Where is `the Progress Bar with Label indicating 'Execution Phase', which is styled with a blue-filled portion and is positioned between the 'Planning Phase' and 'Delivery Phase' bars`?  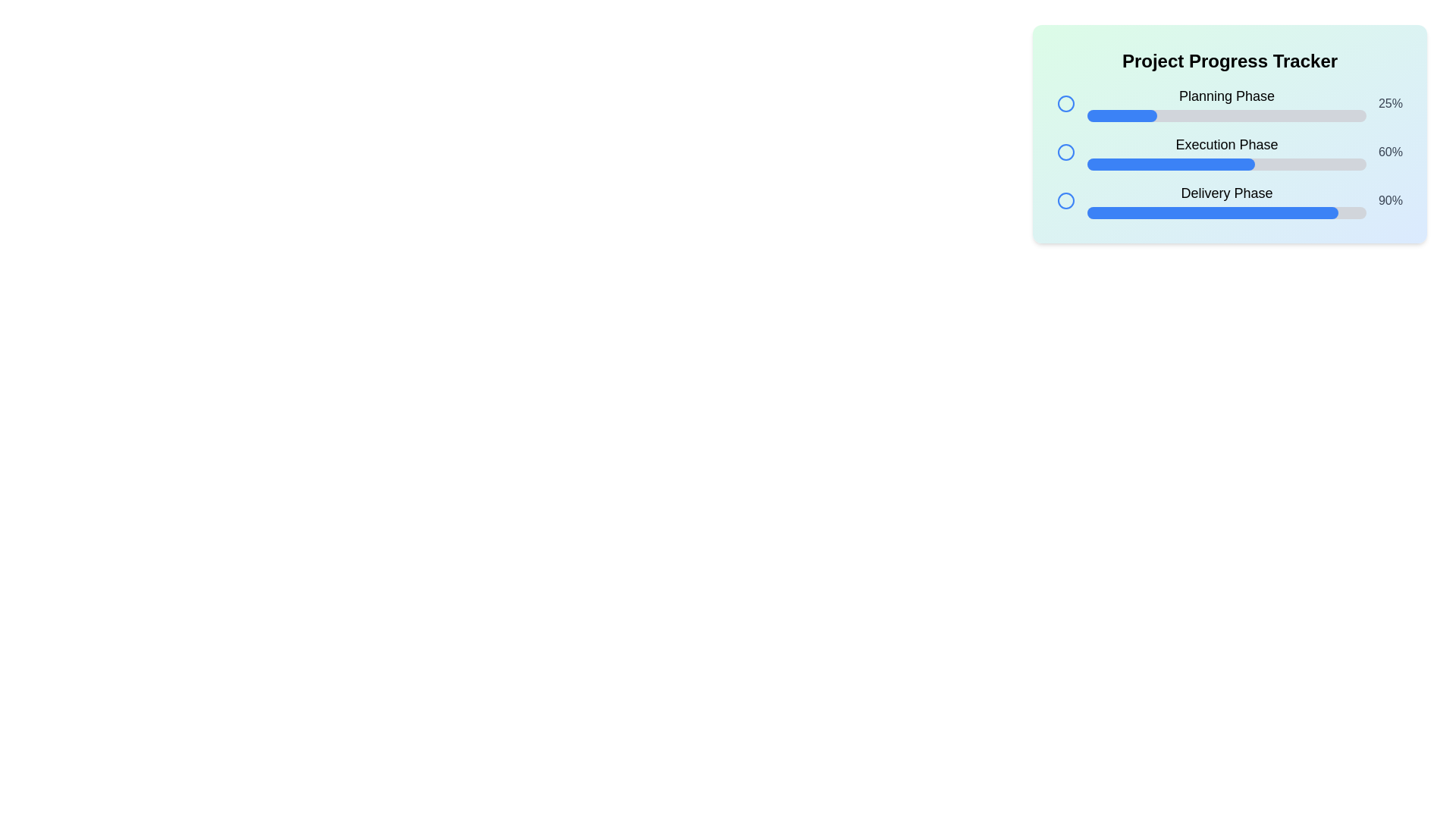
the Progress Bar with Label indicating 'Execution Phase', which is styled with a blue-filled portion and is positioned between the 'Planning Phase' and 'Delivery Phase' bars is located at coordinates (1226, 152).